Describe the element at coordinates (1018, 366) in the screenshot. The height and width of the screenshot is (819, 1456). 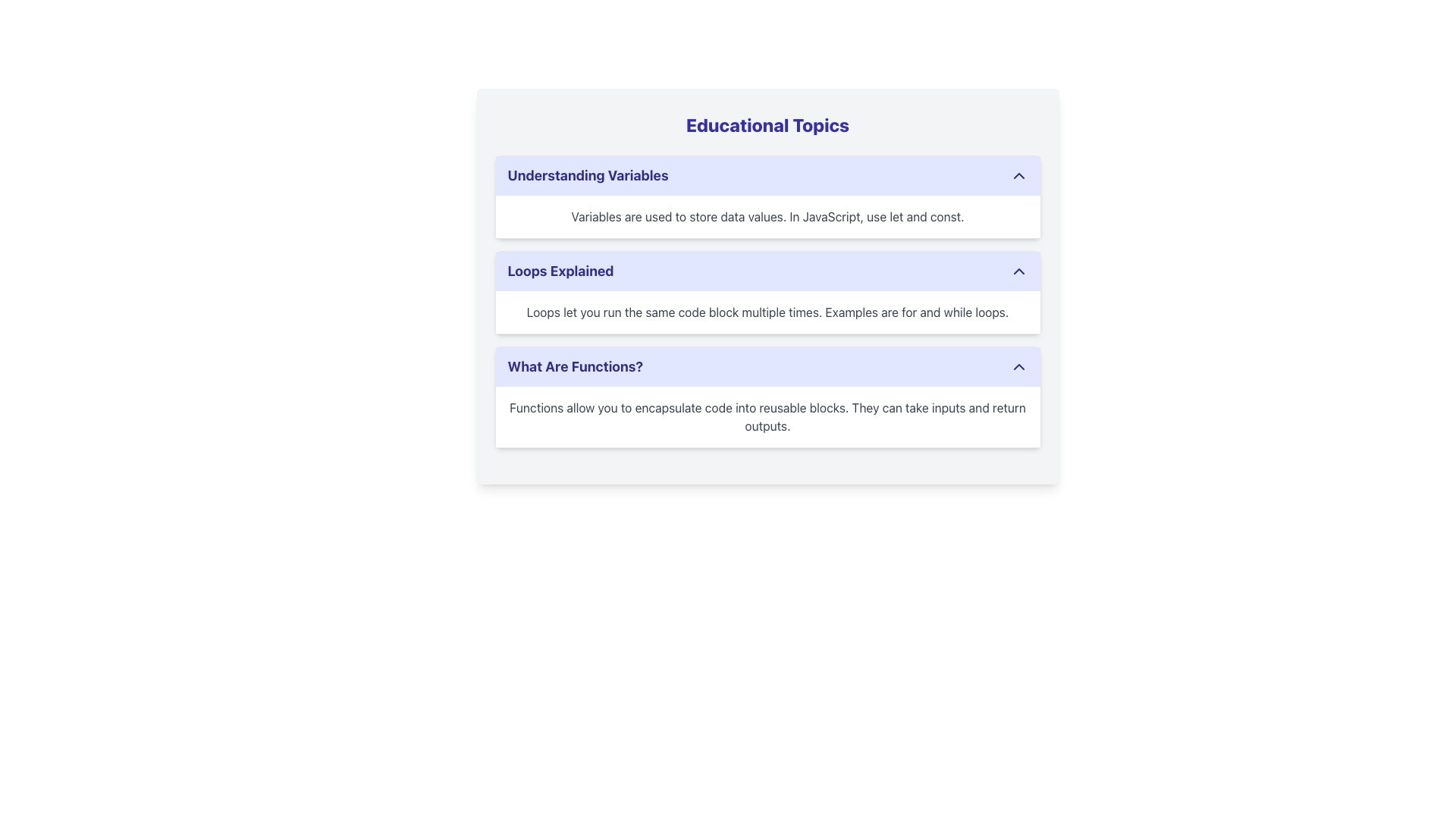
I see `the chevron-up icon, which is a dark indigo upward-pointing arrow located on the far-right side of the 'What Are Functions?' entry` at that location.